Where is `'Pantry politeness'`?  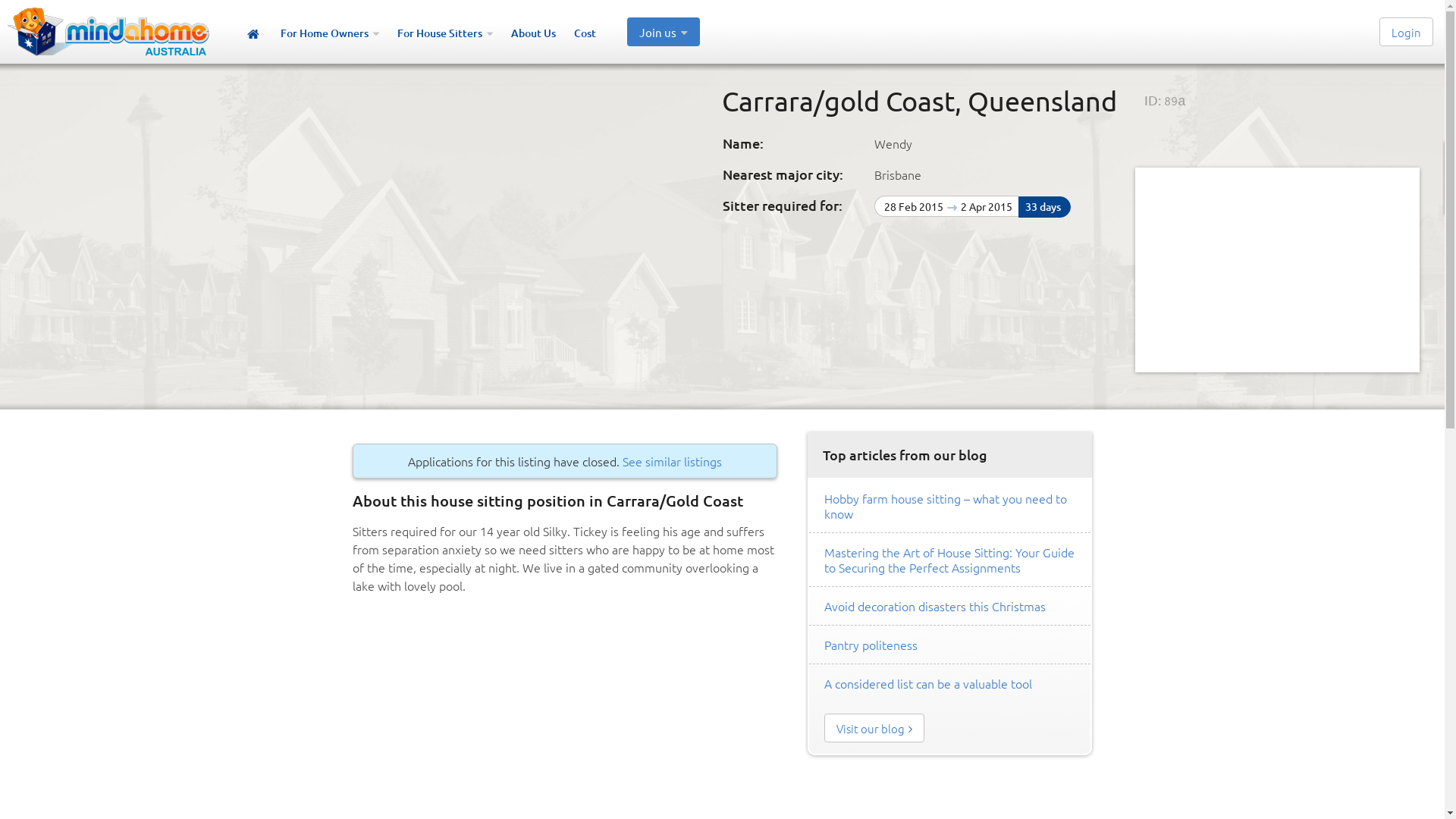 'Pantry politeness' is located at coordinates (871, 644).